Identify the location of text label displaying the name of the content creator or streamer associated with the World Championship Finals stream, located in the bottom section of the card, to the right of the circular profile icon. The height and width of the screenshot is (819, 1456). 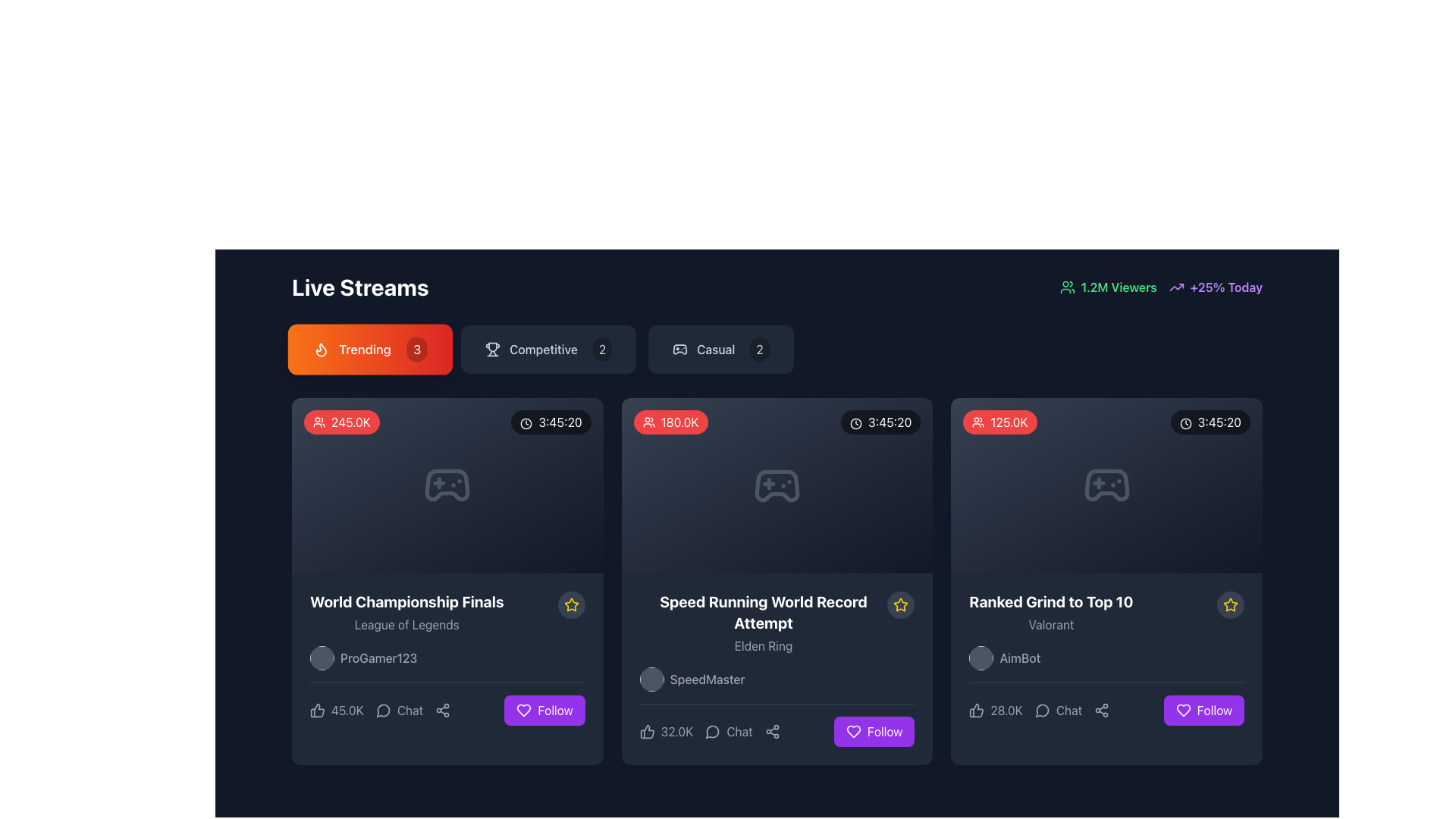
(378, 657).